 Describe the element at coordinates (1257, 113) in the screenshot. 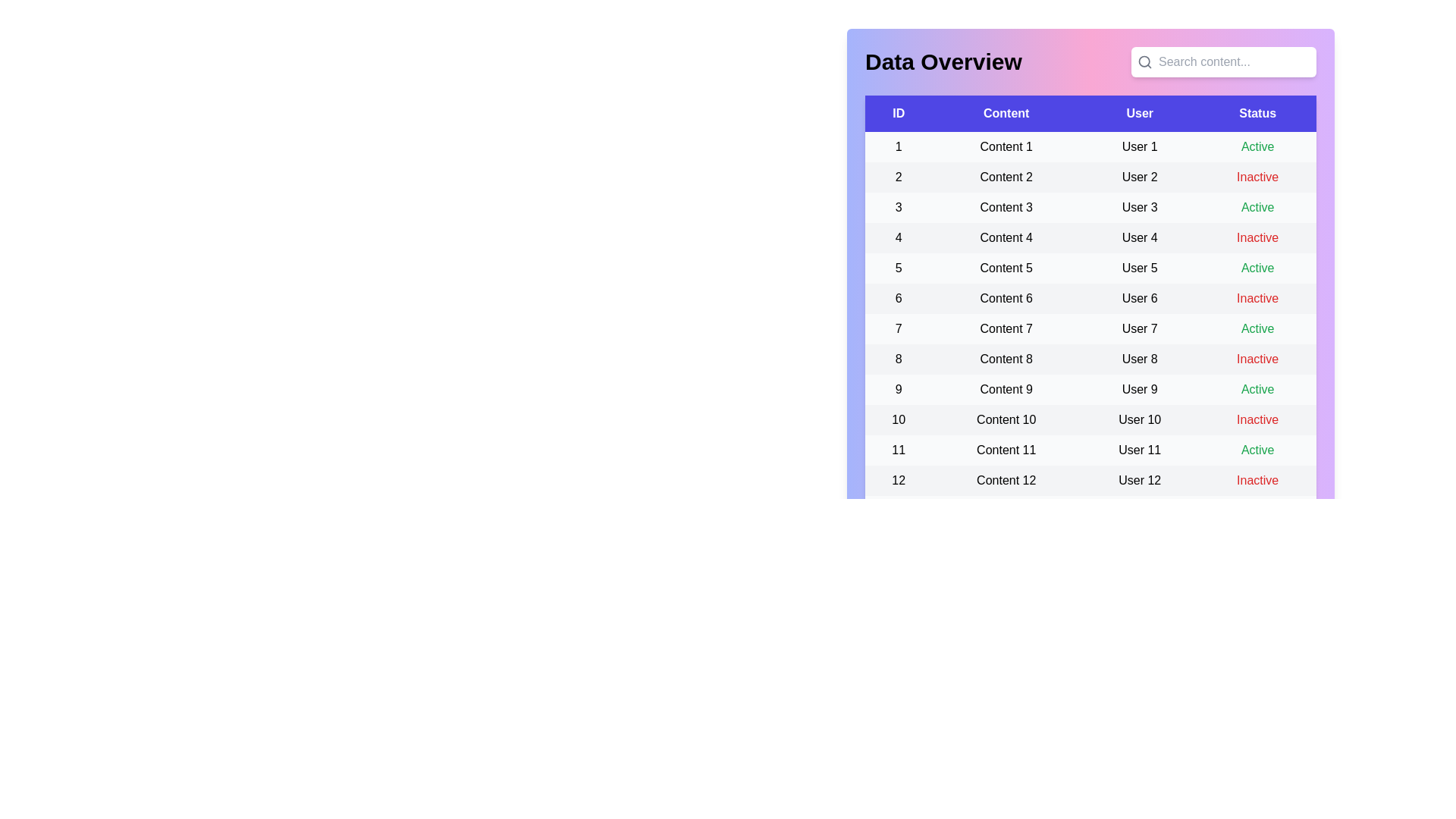

I see `the column header Status to sort the table by that column` at that location.